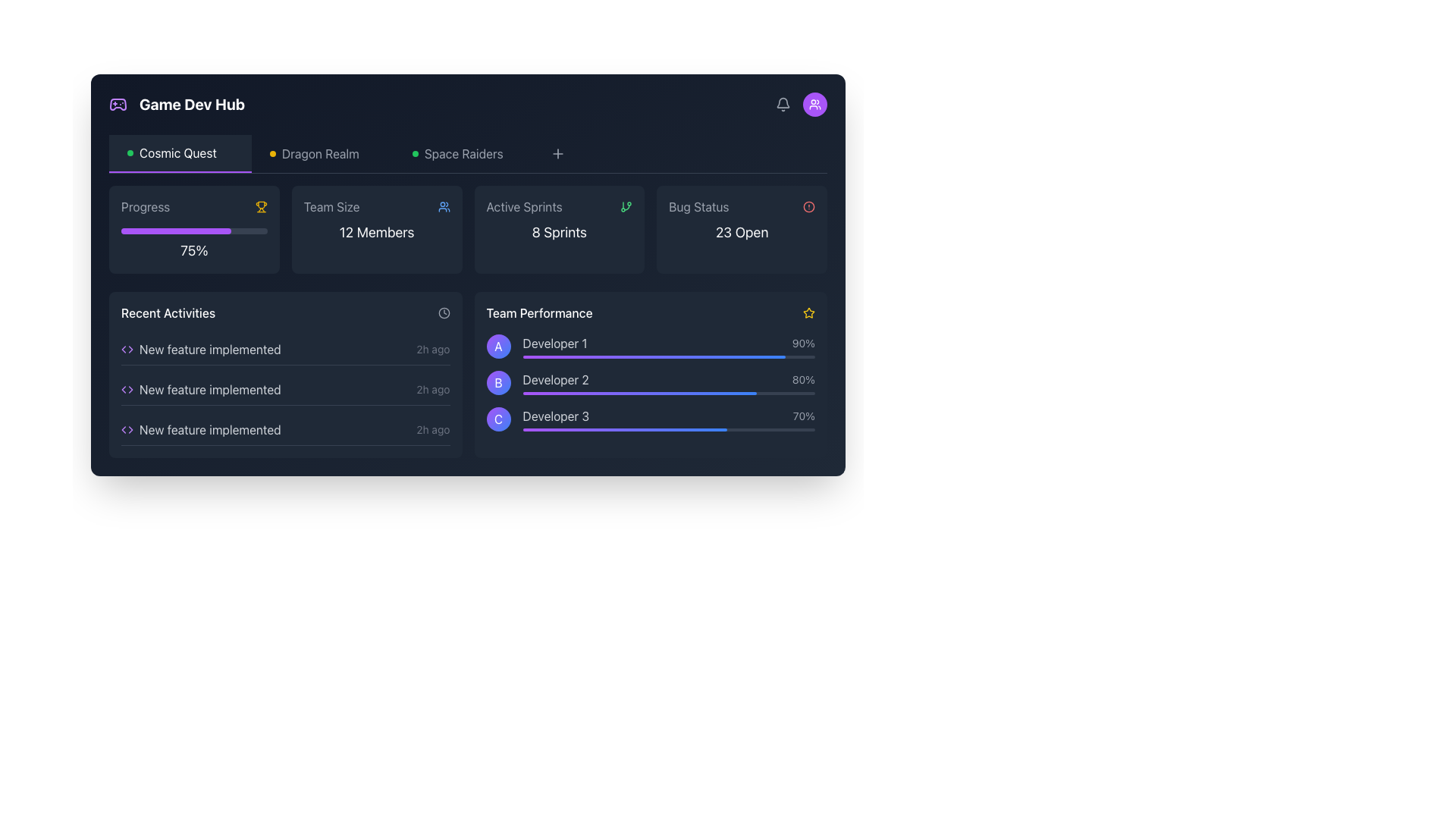 The width and height of the screenshot is (1456, 819). What do you see at coordinates (668, 393) in the screenshot?
I see `the visual progress of the progress bar for 'Developer 2' located in the 'Team Performance' section` at bounding box center [668, 393].